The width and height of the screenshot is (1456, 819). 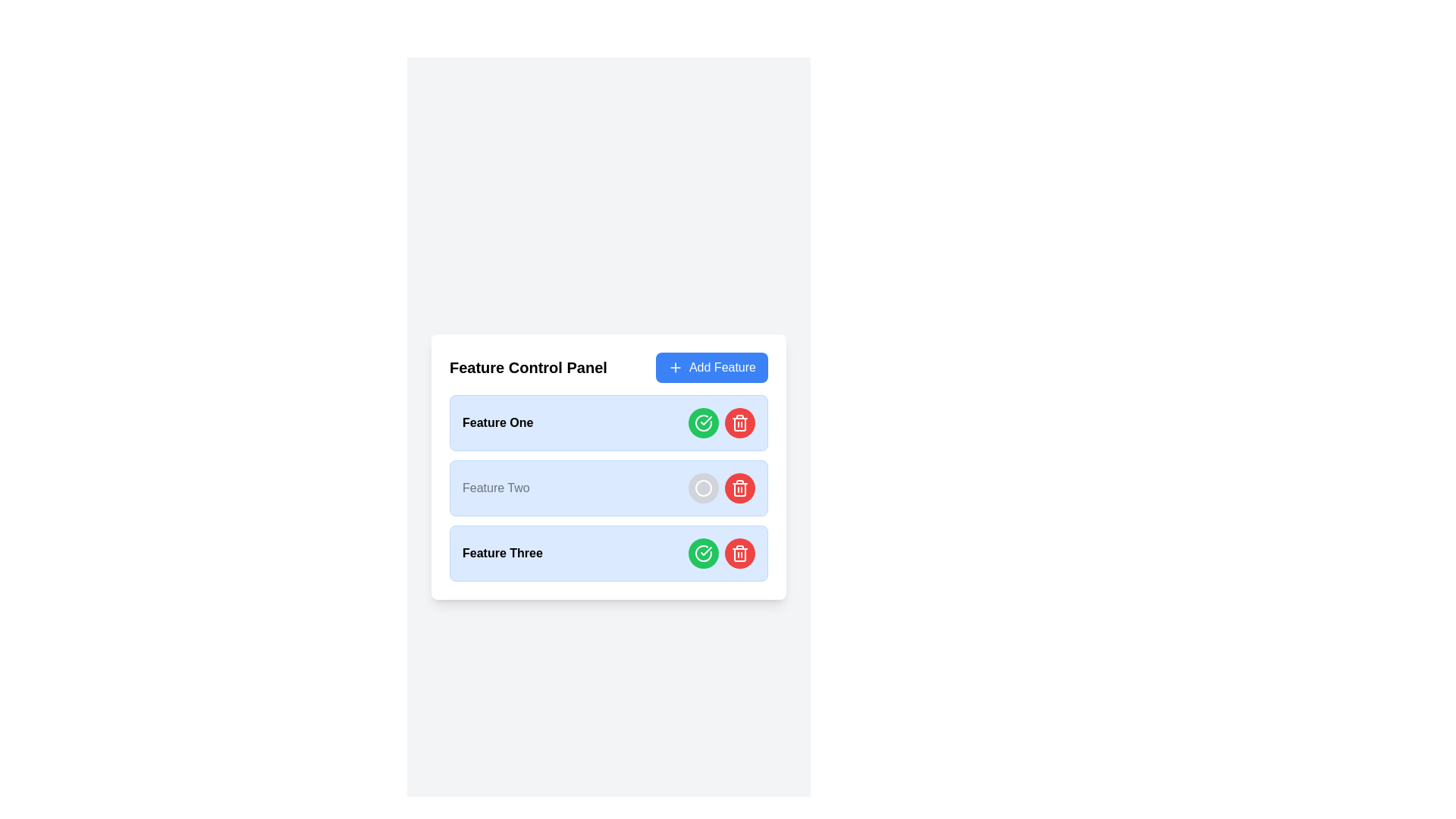 What do you see at coordinates (702, 488) in the screenshot?
I see `circular SVG graphic element located inside the button of the second feature item in the 'Feature Control Panel'` at bounding box center [702, 488].